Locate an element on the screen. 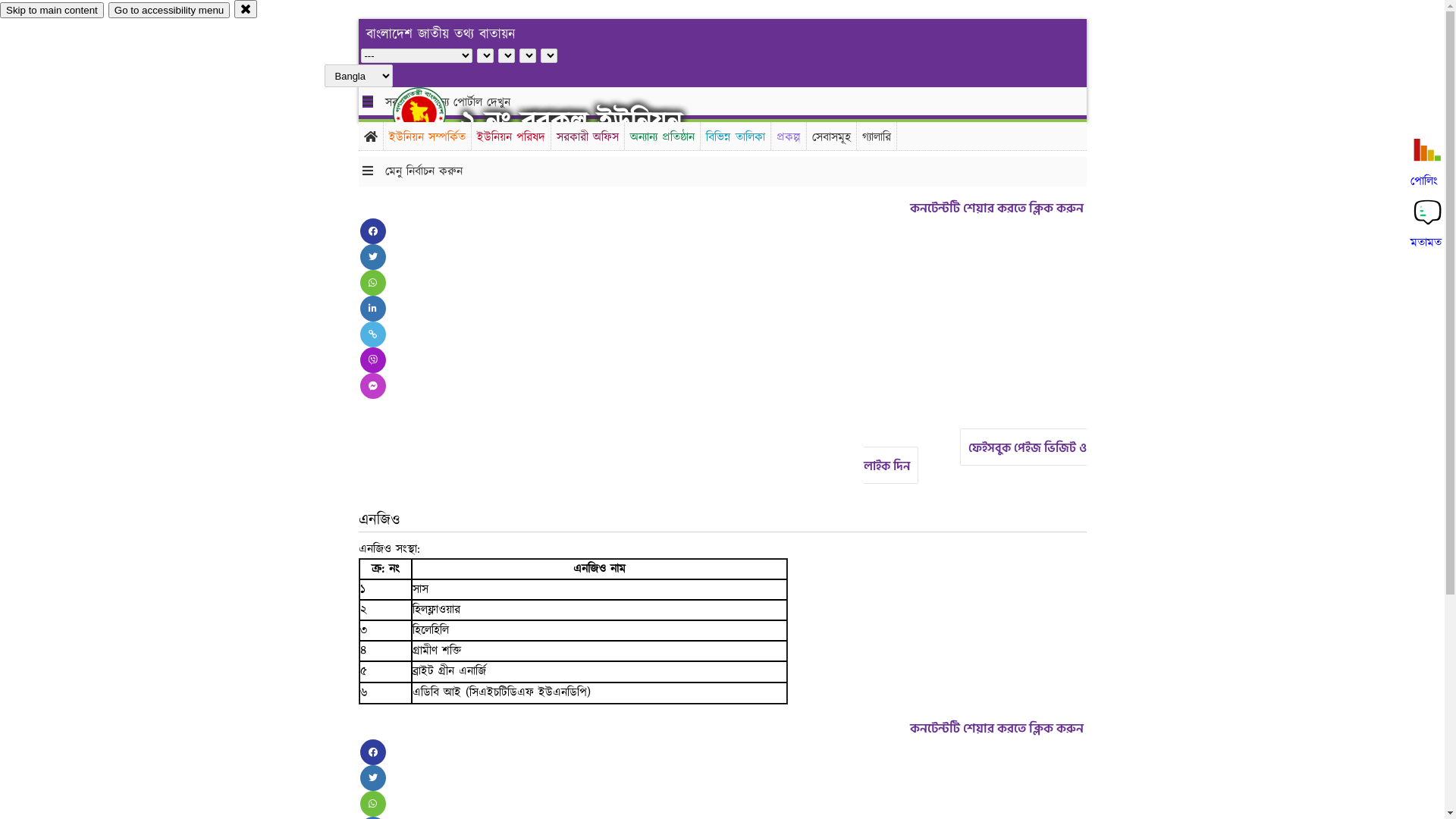 The image size is (1456, 819). 'close' is located at coordinates (233, 8).